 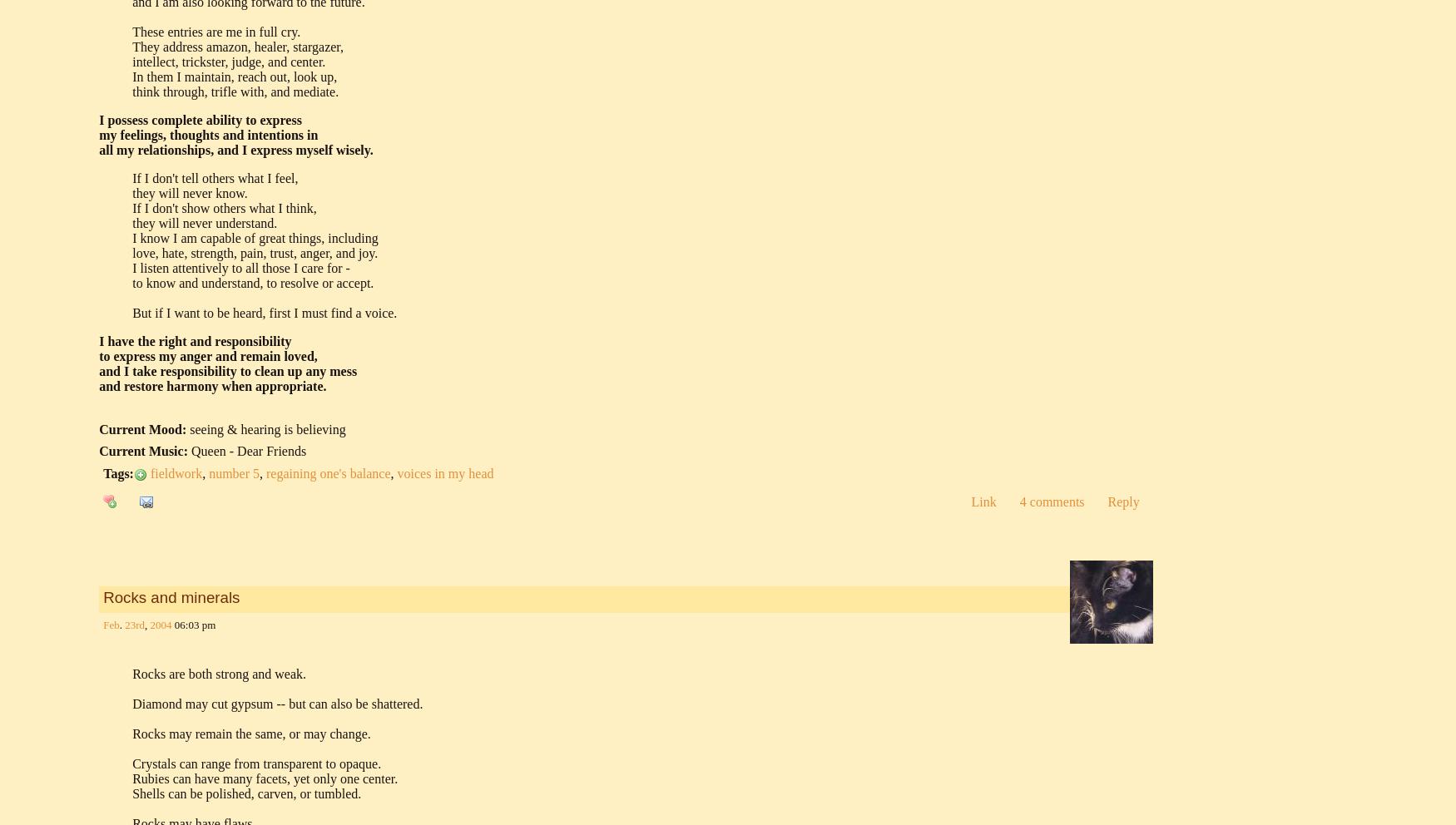 What do you see at coordinates (254, 236) in the screenshot?
I see `'I know I am capable of great things, including'` at bounding box center [254, 236].